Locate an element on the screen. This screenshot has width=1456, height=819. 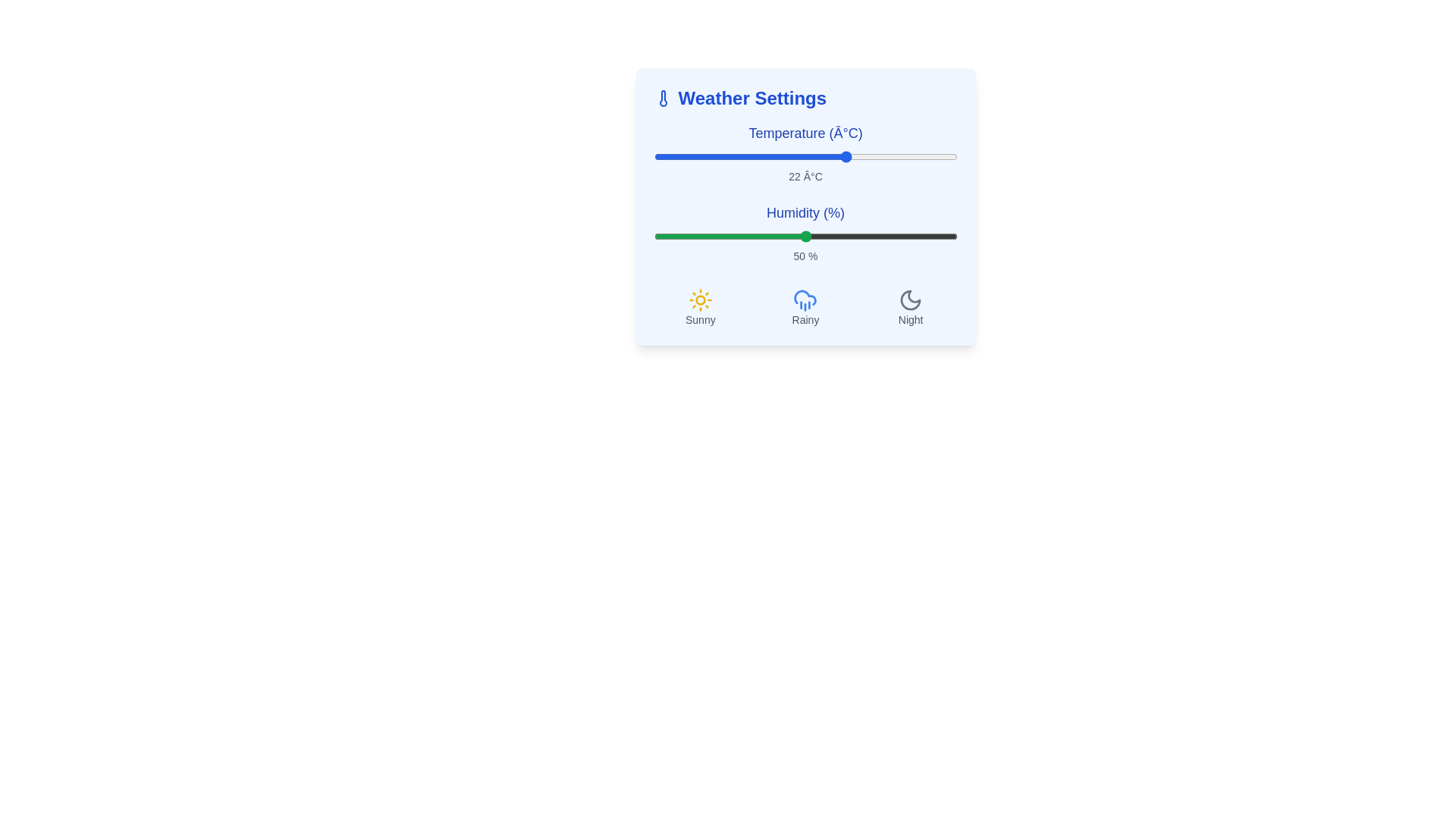
the crescent moon SVG icon representing nighttime conditions in the 'Weather Settings' card, which is located in the bottom-right section of the card is located at coordinates (910, 300).